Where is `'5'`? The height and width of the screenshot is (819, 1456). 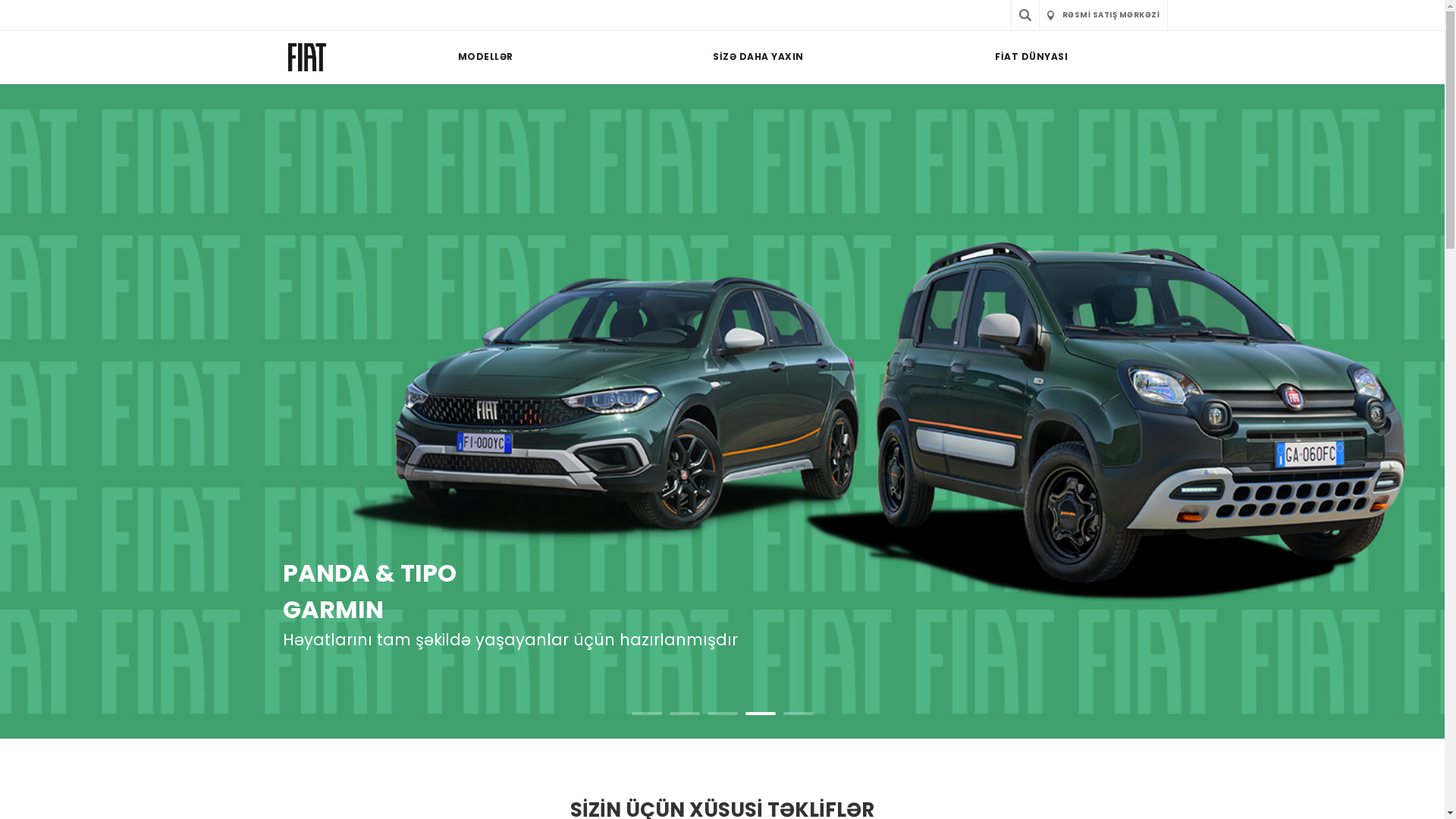
'5' is located at coordinates (783, 714).